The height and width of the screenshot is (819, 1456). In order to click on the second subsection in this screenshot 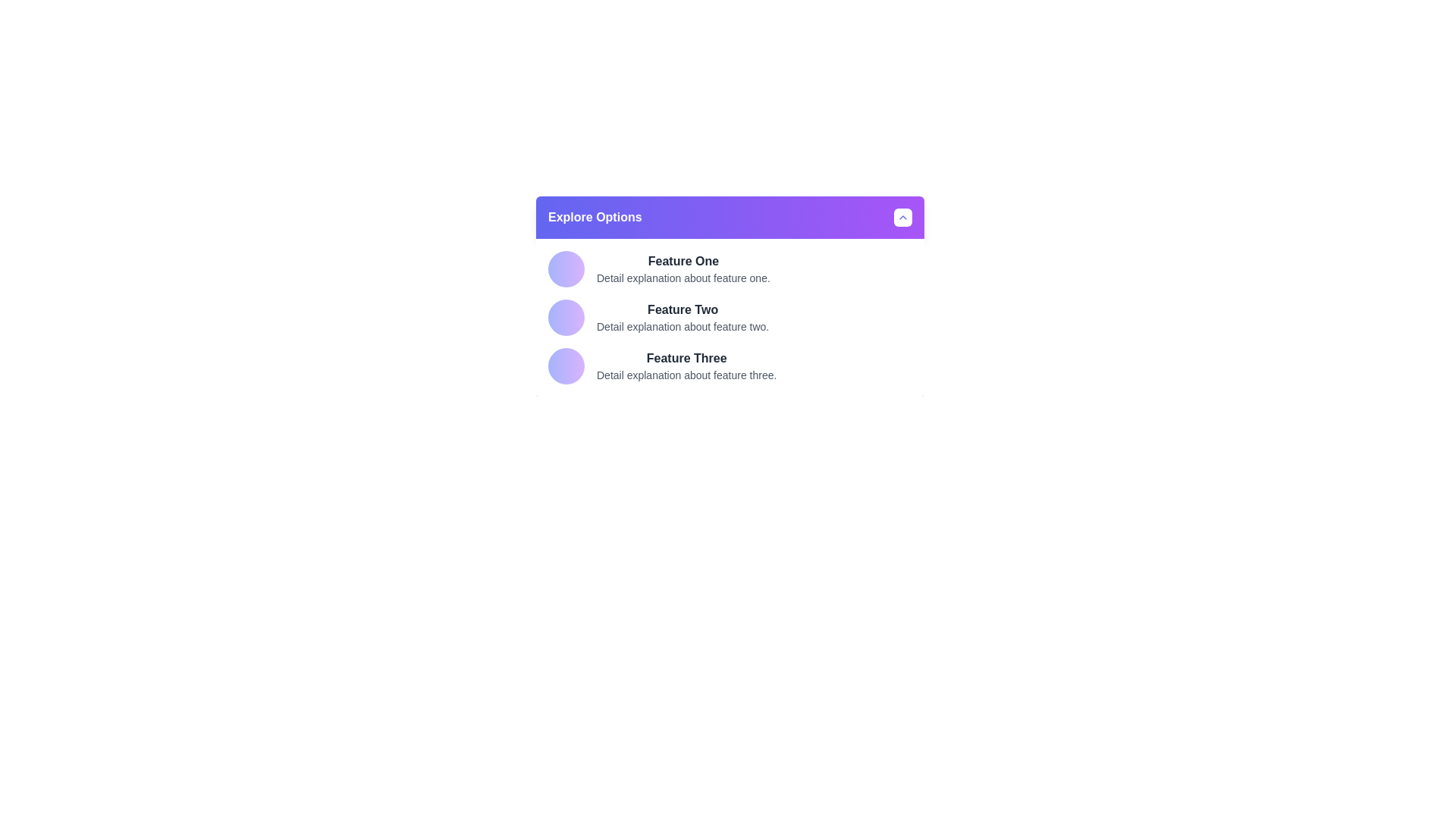, I will do `click(730, 317)`.